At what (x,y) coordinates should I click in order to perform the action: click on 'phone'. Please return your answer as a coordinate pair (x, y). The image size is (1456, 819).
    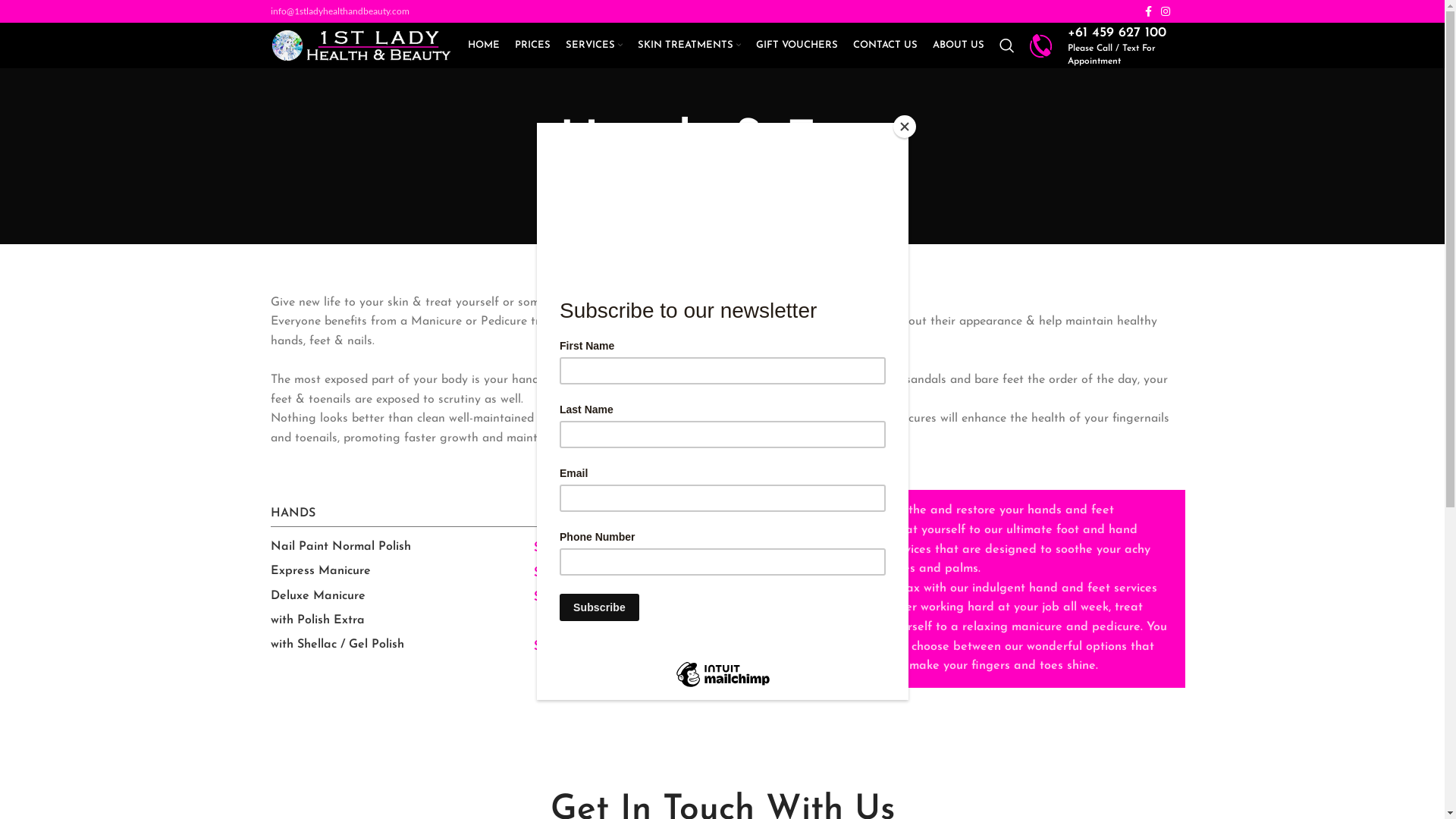
    Looking at the image, I should click on (1030, 44).